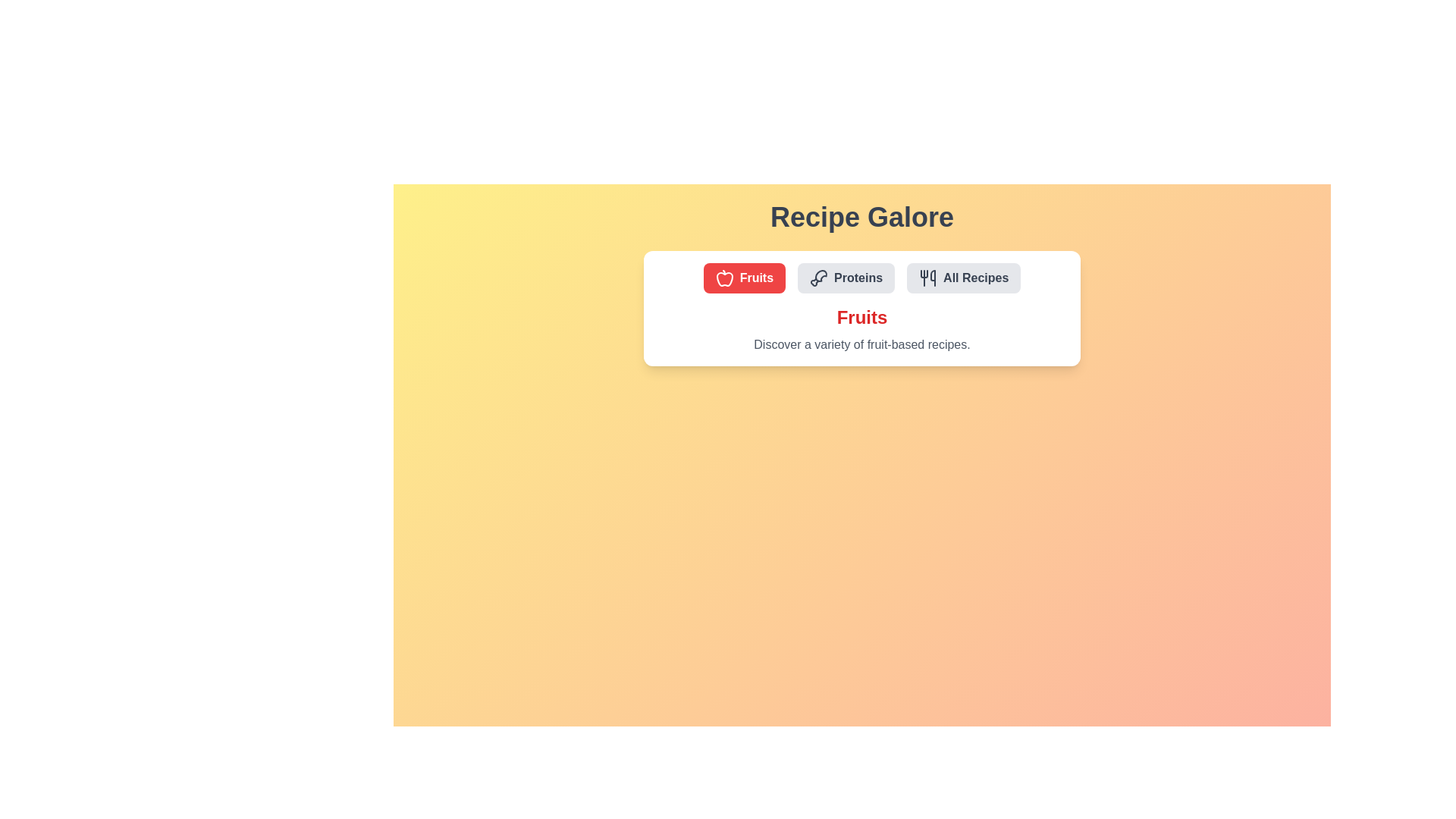 The width and height of the screenshot is (1456, 819). I want to click on the button labeled Fruits to observe the hover effect, so click(744, 278).